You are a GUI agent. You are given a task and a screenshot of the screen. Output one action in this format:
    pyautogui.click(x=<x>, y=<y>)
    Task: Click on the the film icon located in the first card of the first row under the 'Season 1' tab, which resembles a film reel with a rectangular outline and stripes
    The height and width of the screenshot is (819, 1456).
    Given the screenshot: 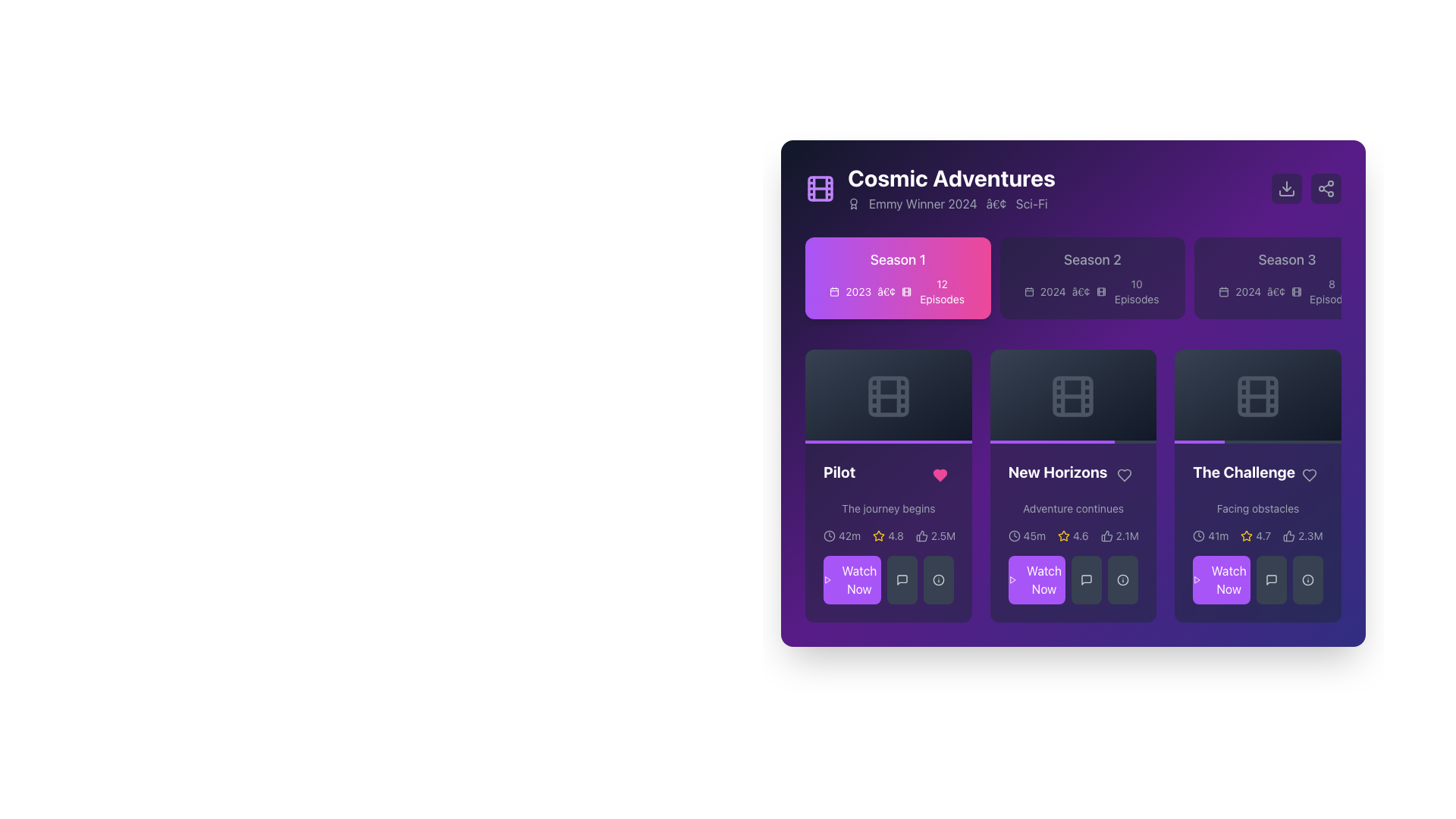 What is the action you would take?
    pyautogui.click(x=888, y=395)
    